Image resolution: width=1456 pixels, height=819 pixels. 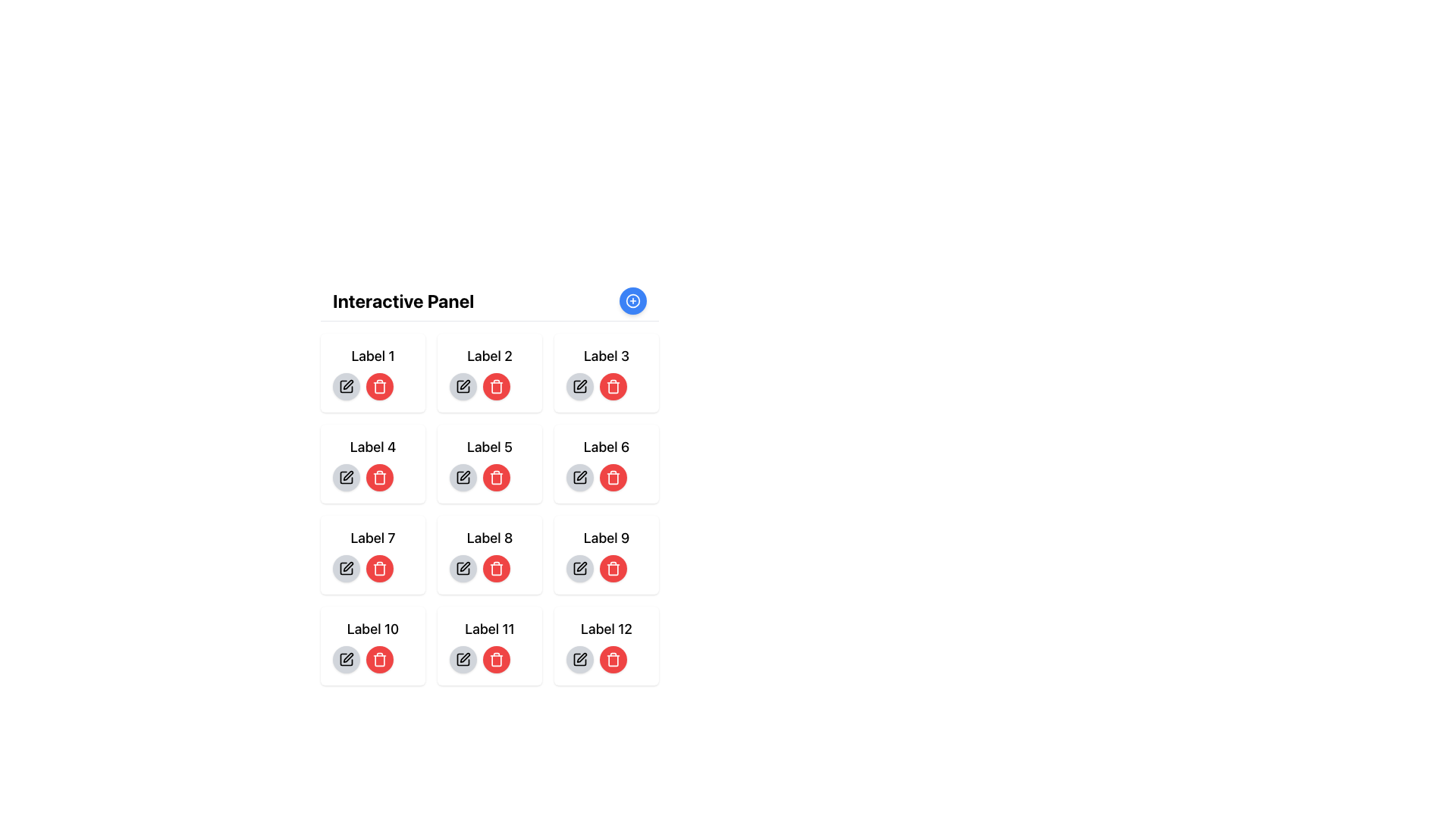 I want to click on the edit icon button located in the top-right corner of the grid under the 'Interactive Panel' for 'Label 3', so click(x=579, y=385).